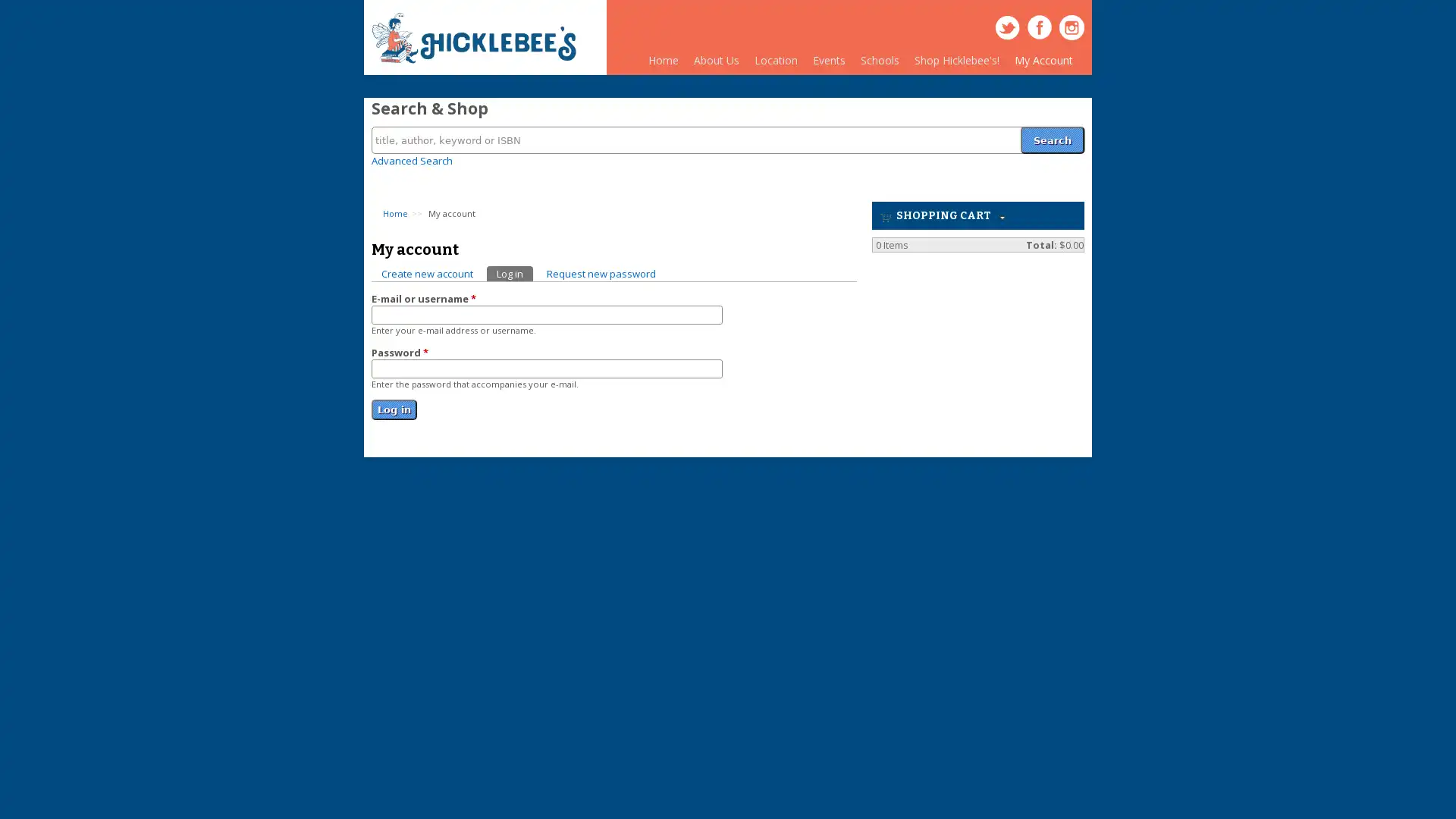 The height and width of the screenshot is (819, 1456). I want to click on Log in, so click(394, 400).